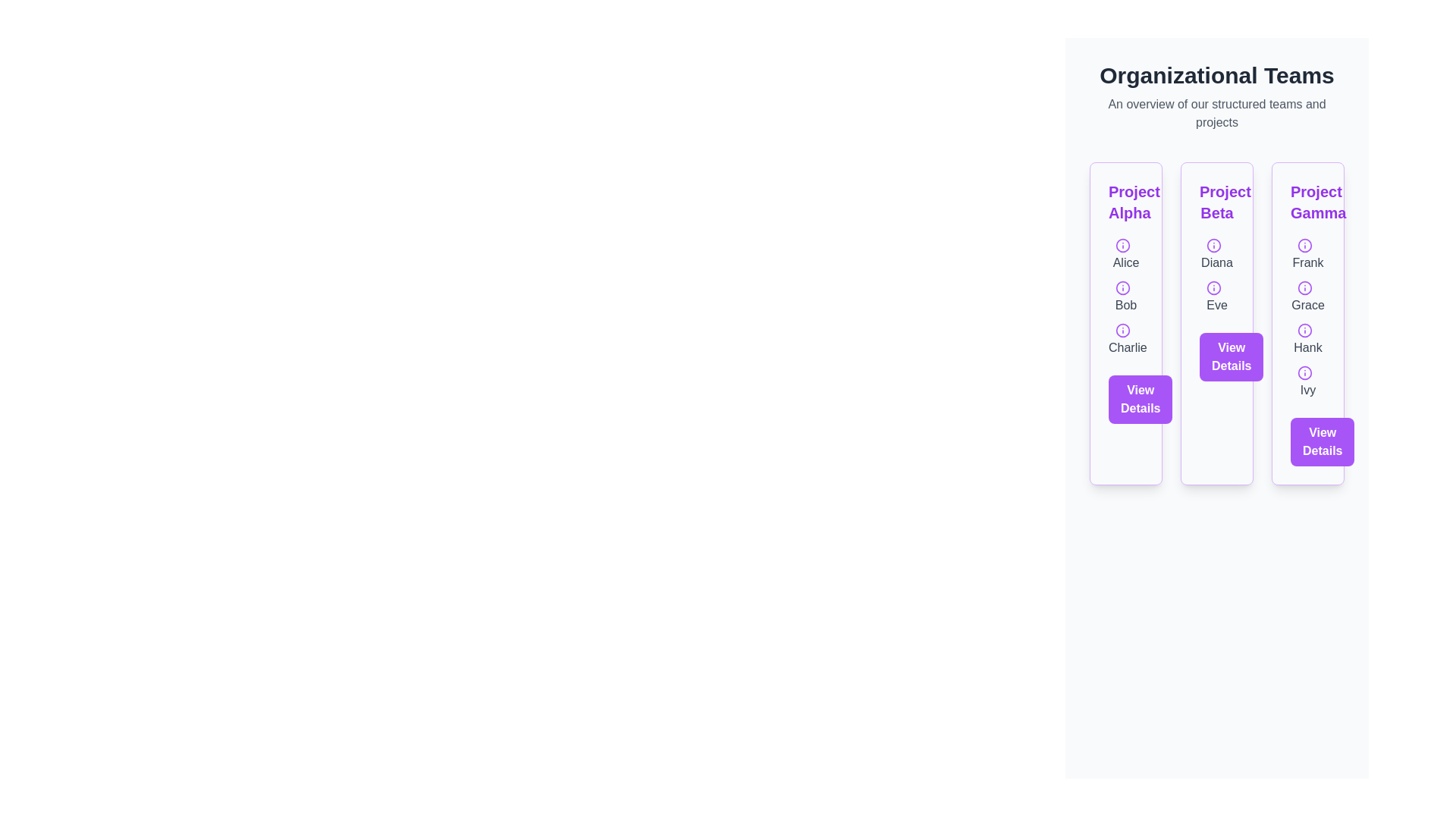 This screenshot has height=819, width=1456. Describe the element at coordinates (1307, 338) in the screenshot. I see `the text label 'Hank' which is the third item in the 'Project Gamma' column, featuring a purple informational icon above it` at that location.